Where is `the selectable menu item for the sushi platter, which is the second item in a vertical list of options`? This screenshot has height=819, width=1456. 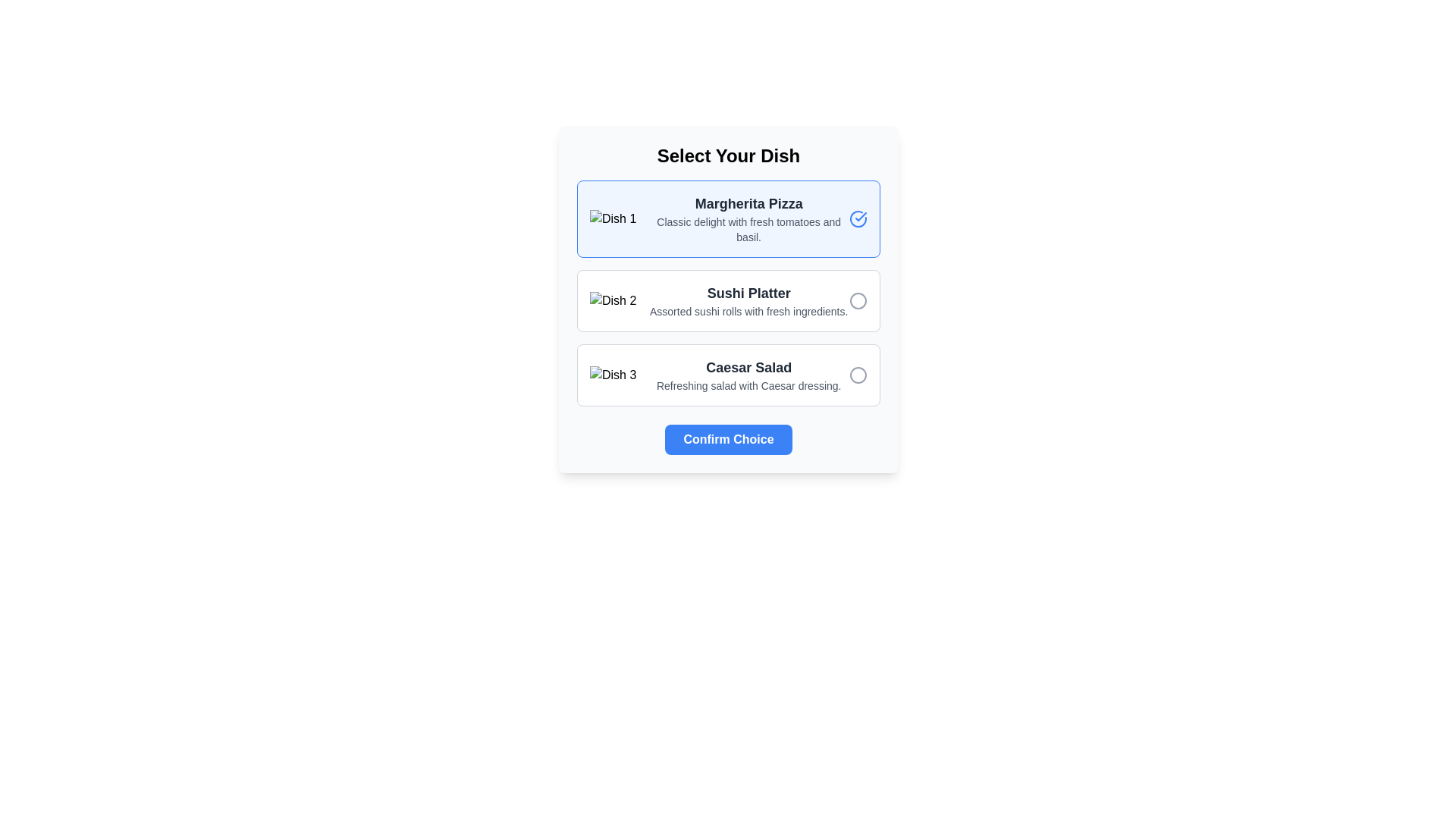 the selectable menu item for the sushi platter, which is the second item in a vertical list of options is located at coordinates (728, 301).